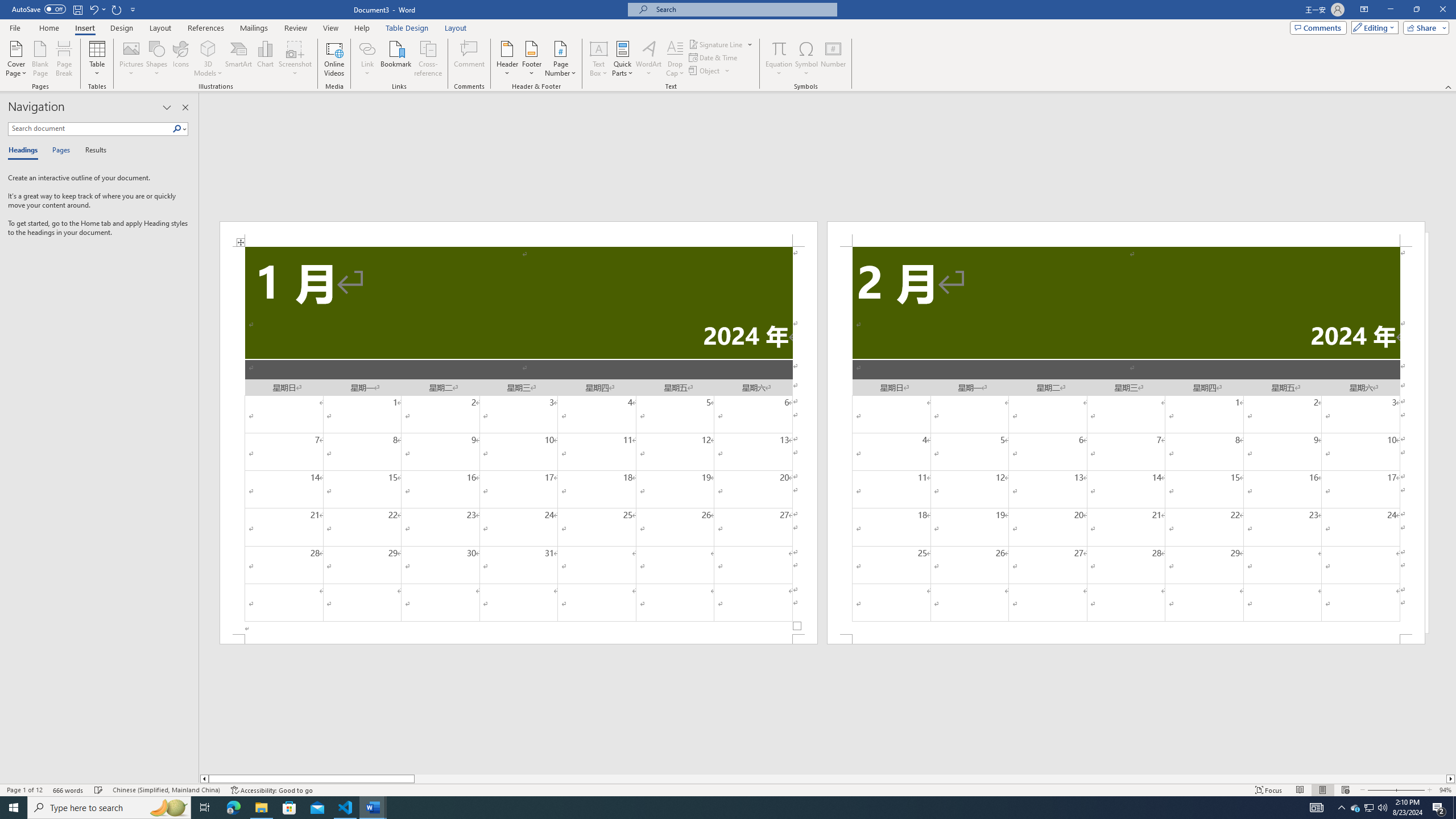  What do you see at coordinates (97, 59) in the screenshot?
I see `'Table'` at bounding box center [97, 59].